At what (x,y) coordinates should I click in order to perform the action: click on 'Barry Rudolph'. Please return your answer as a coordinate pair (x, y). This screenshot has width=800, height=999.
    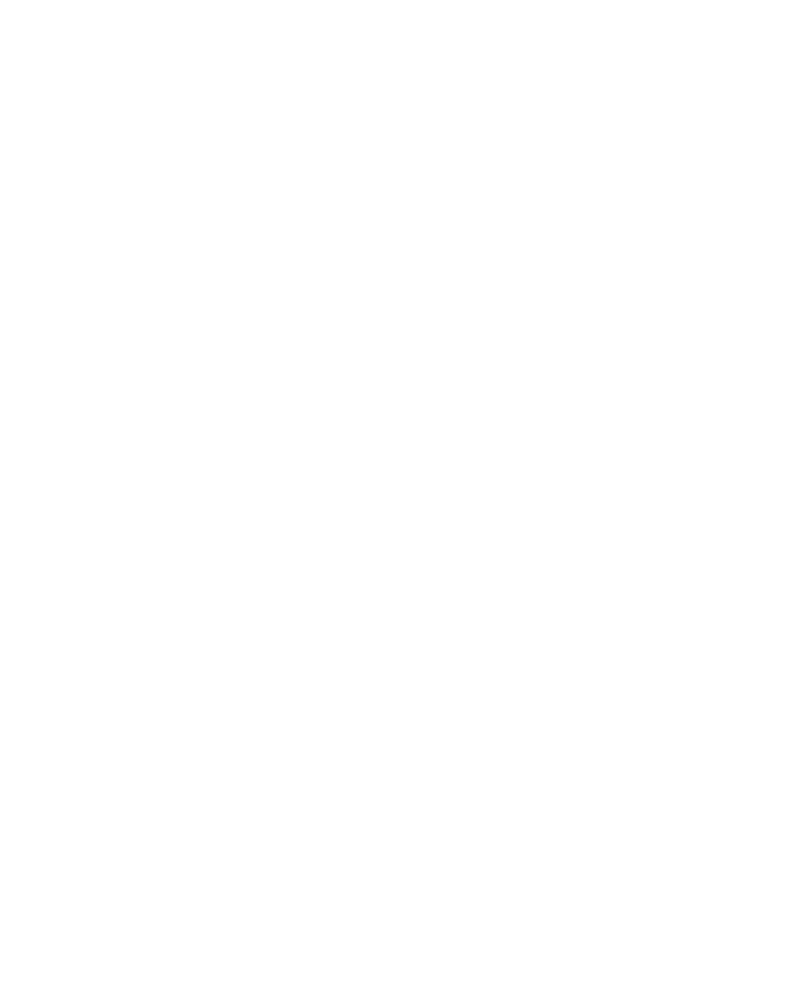
    Looking at the image, I should click on (218, 400).